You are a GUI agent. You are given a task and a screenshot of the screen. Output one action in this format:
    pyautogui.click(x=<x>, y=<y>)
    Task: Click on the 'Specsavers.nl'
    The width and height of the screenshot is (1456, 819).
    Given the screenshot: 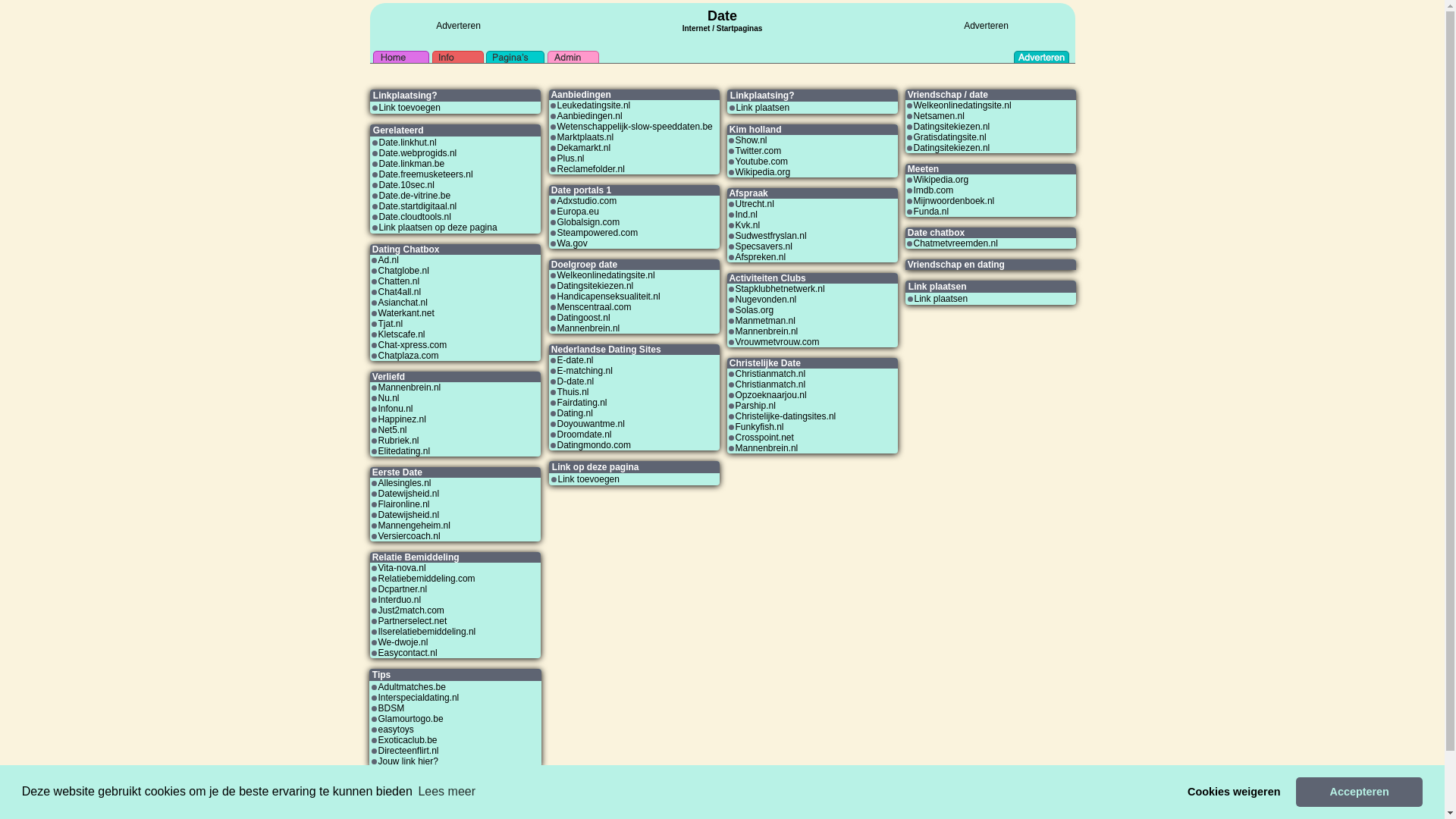 What is the action you would take?
    pyautogui.click(x=764, y=245)
    